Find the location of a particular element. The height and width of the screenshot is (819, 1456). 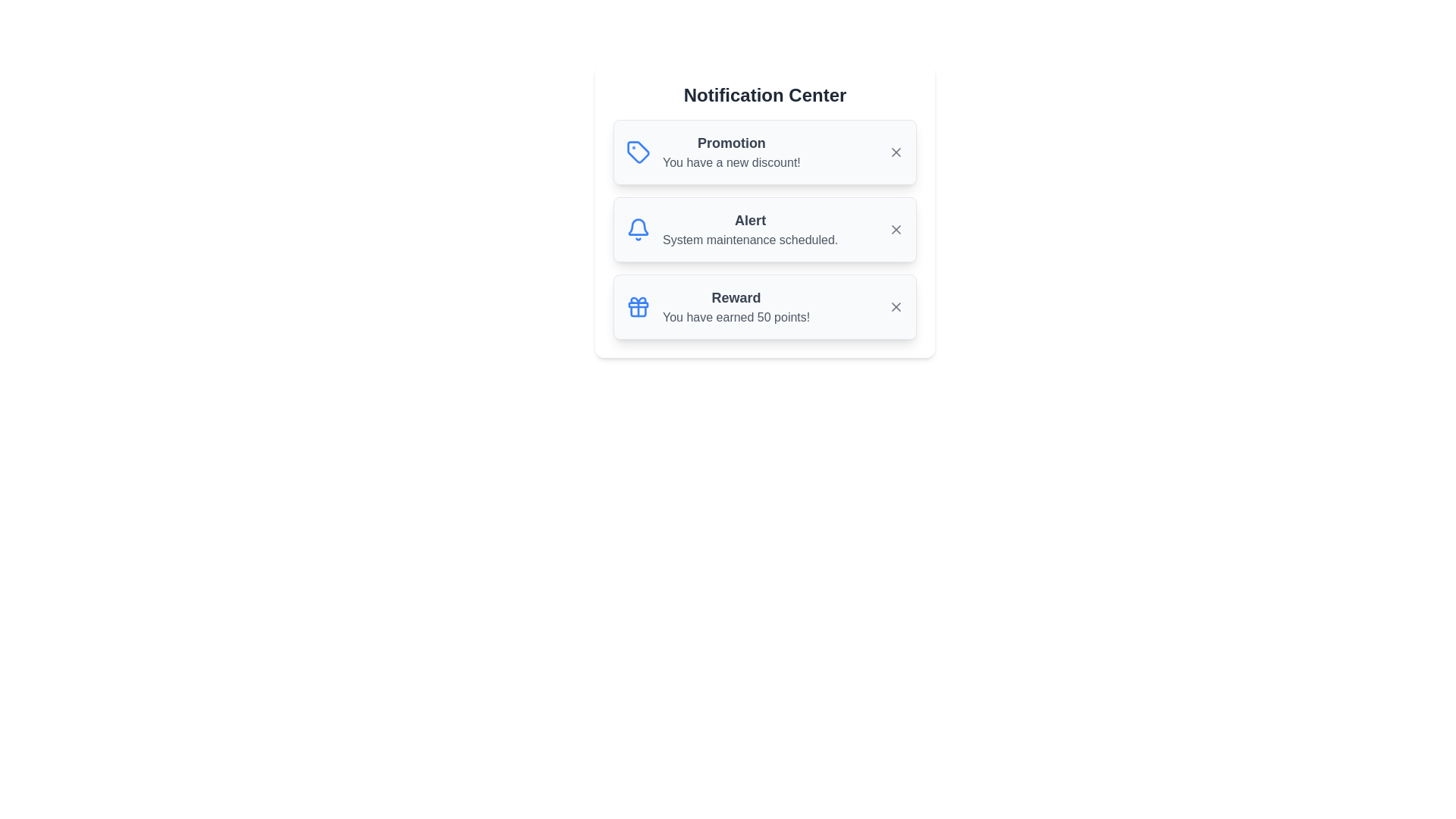

the Text component displaying 'Alert' and 'System maintenance scheduled.' in the middle notification card of the Notification Center is located at coordinates (750, 230).